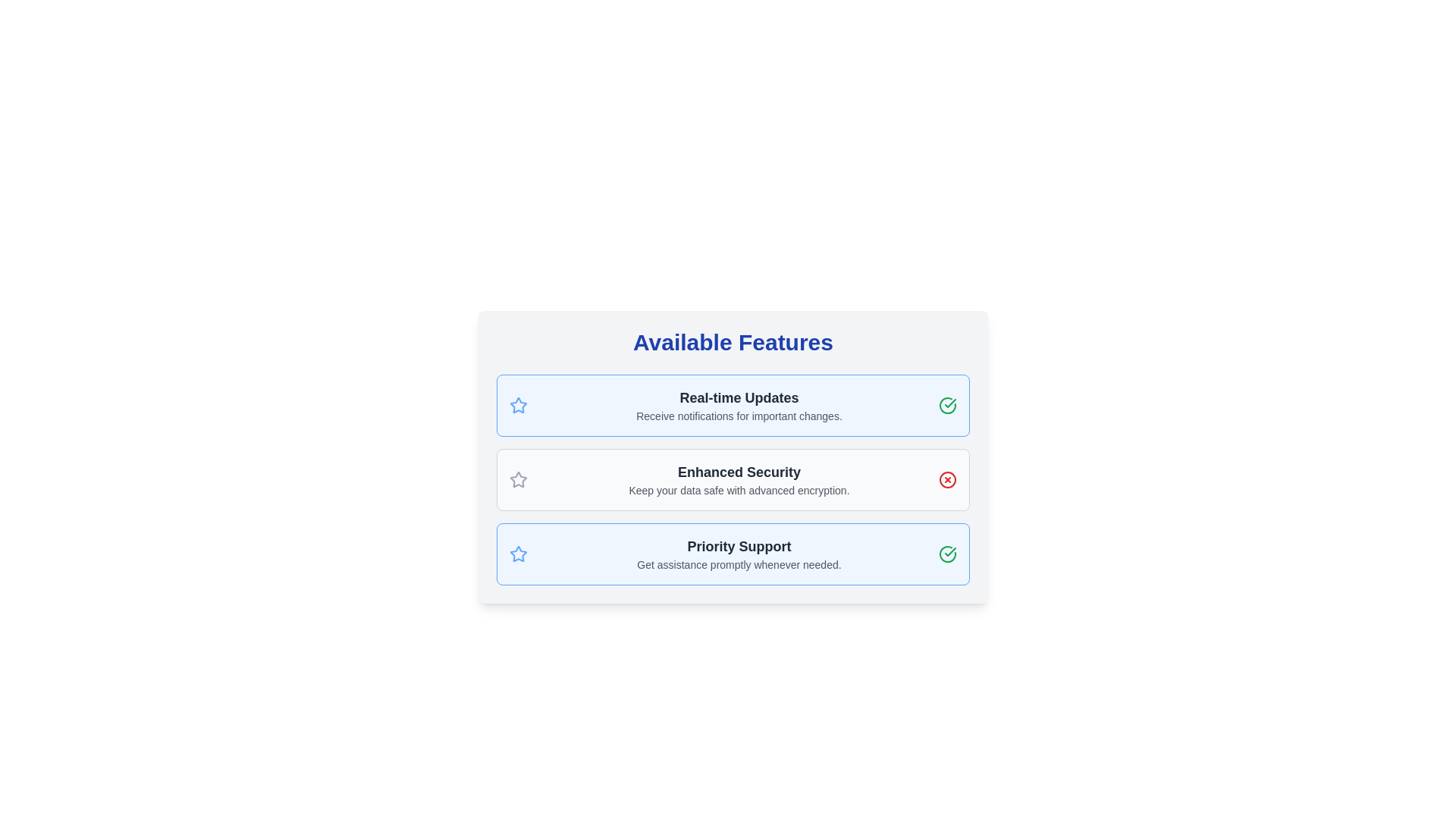 Image resolution: width=1456 pixels, height=819 pixels. I want to click on the Text Label indicating 'Enhanced Security', which describes the feature being offered, so click(739, 472).